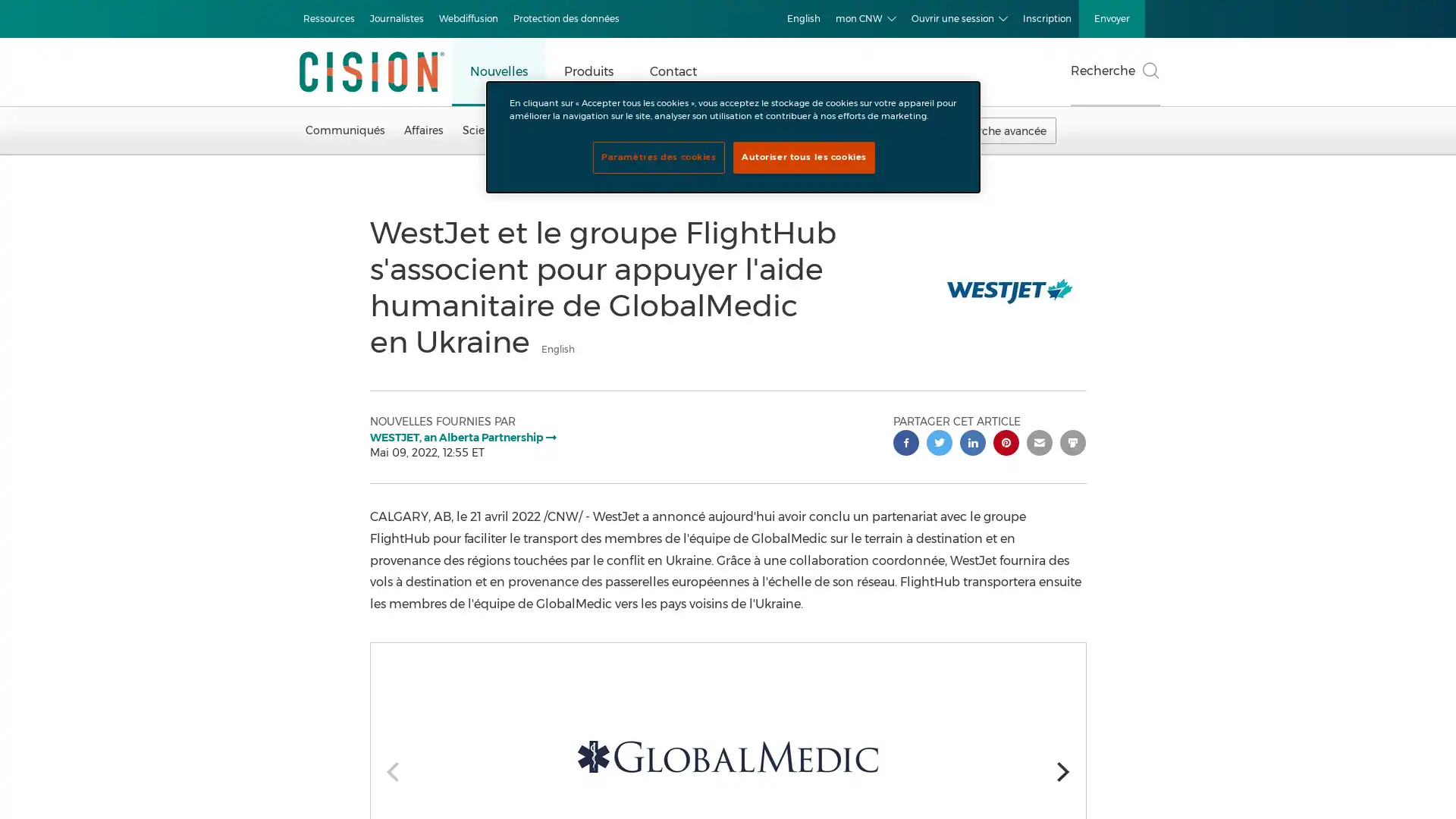 This screenshot has width=1456, height=819. Describe the element at coordinates (803, 158) in the screenshot. I see `Autoriser tous les cookies` at that location.